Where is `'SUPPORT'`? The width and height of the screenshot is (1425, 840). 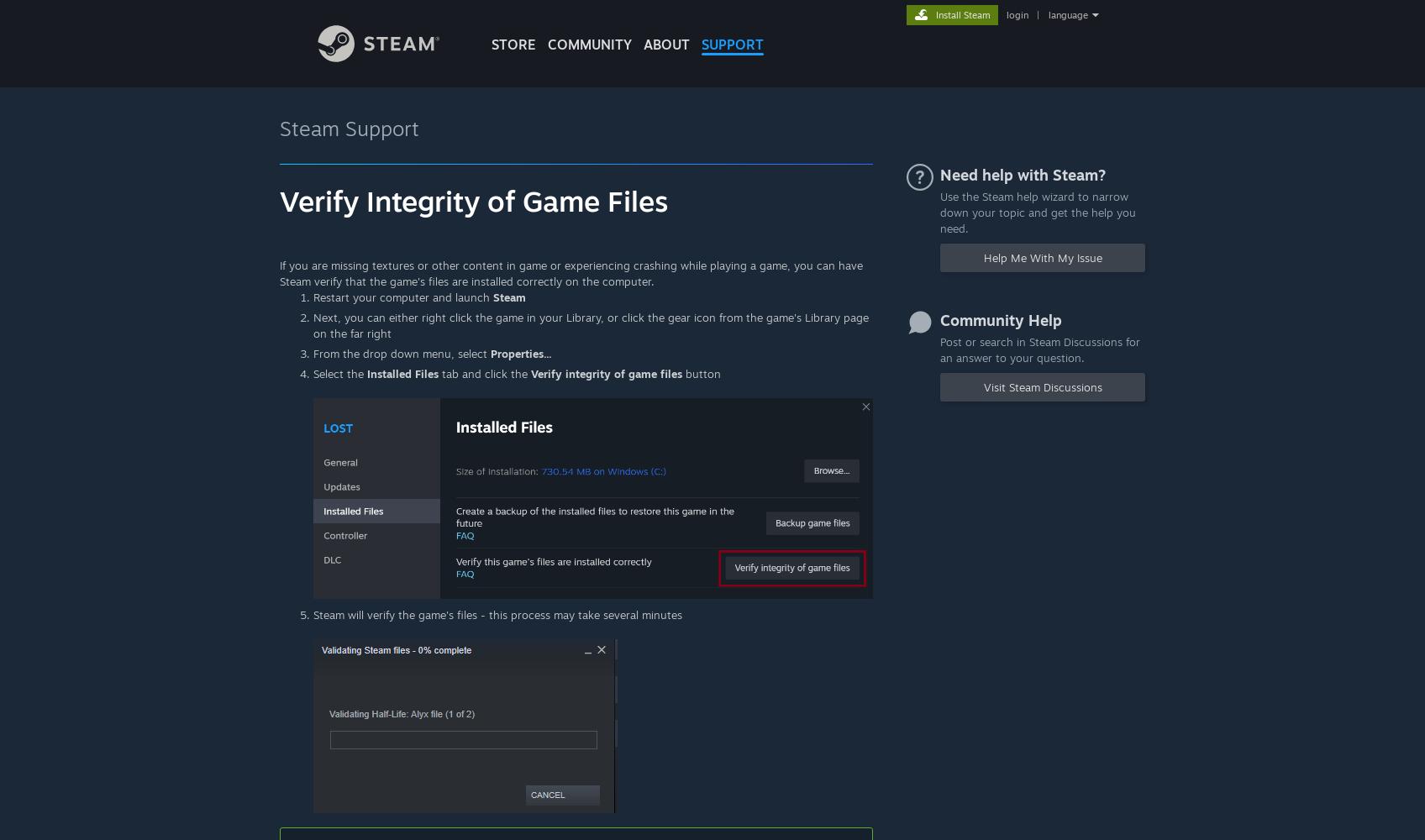 'SUPPORT' is located at coordinates (700, 45).